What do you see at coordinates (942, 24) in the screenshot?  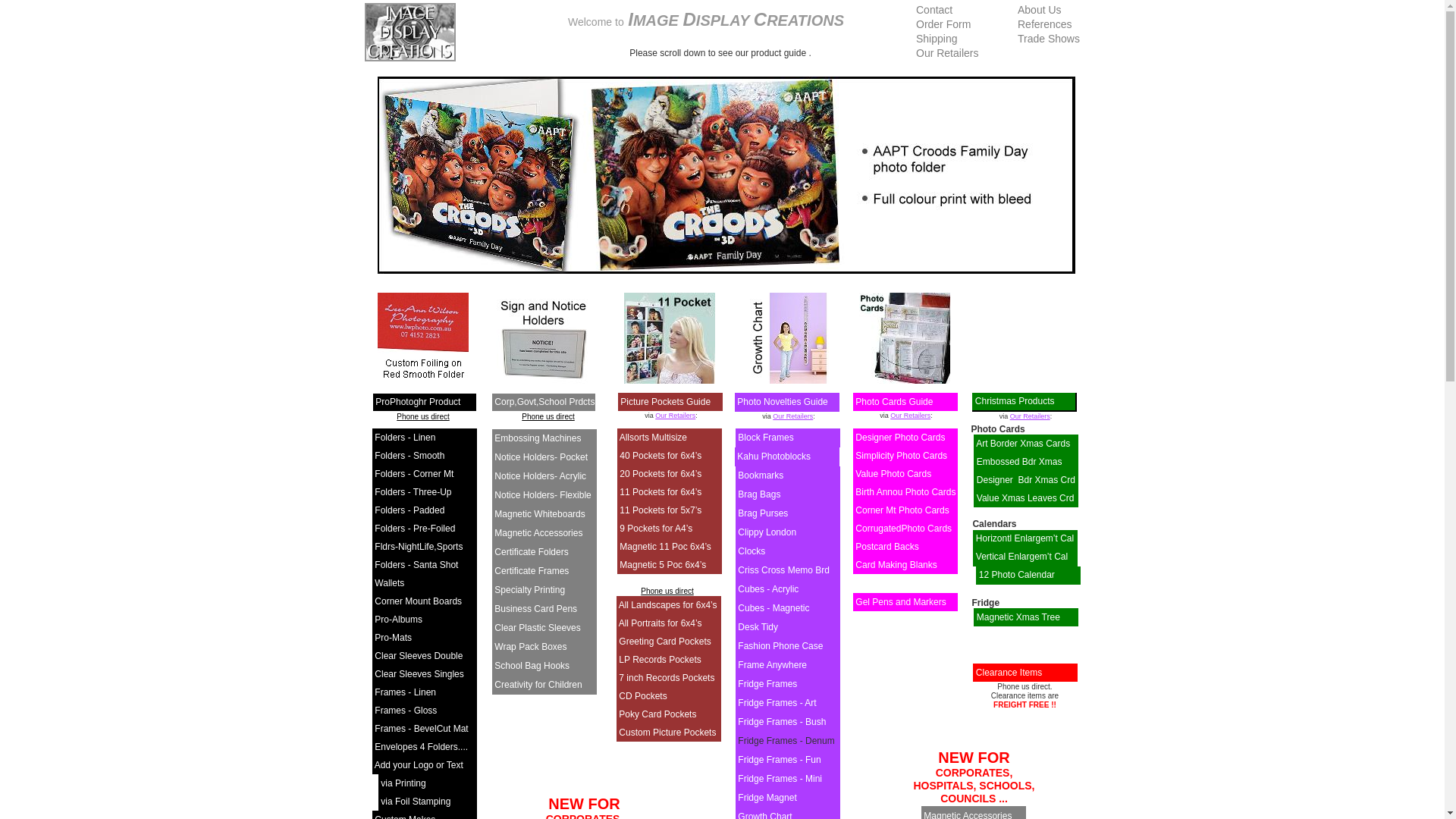 I see `'Order Form'` at bounding box center [942, 24].